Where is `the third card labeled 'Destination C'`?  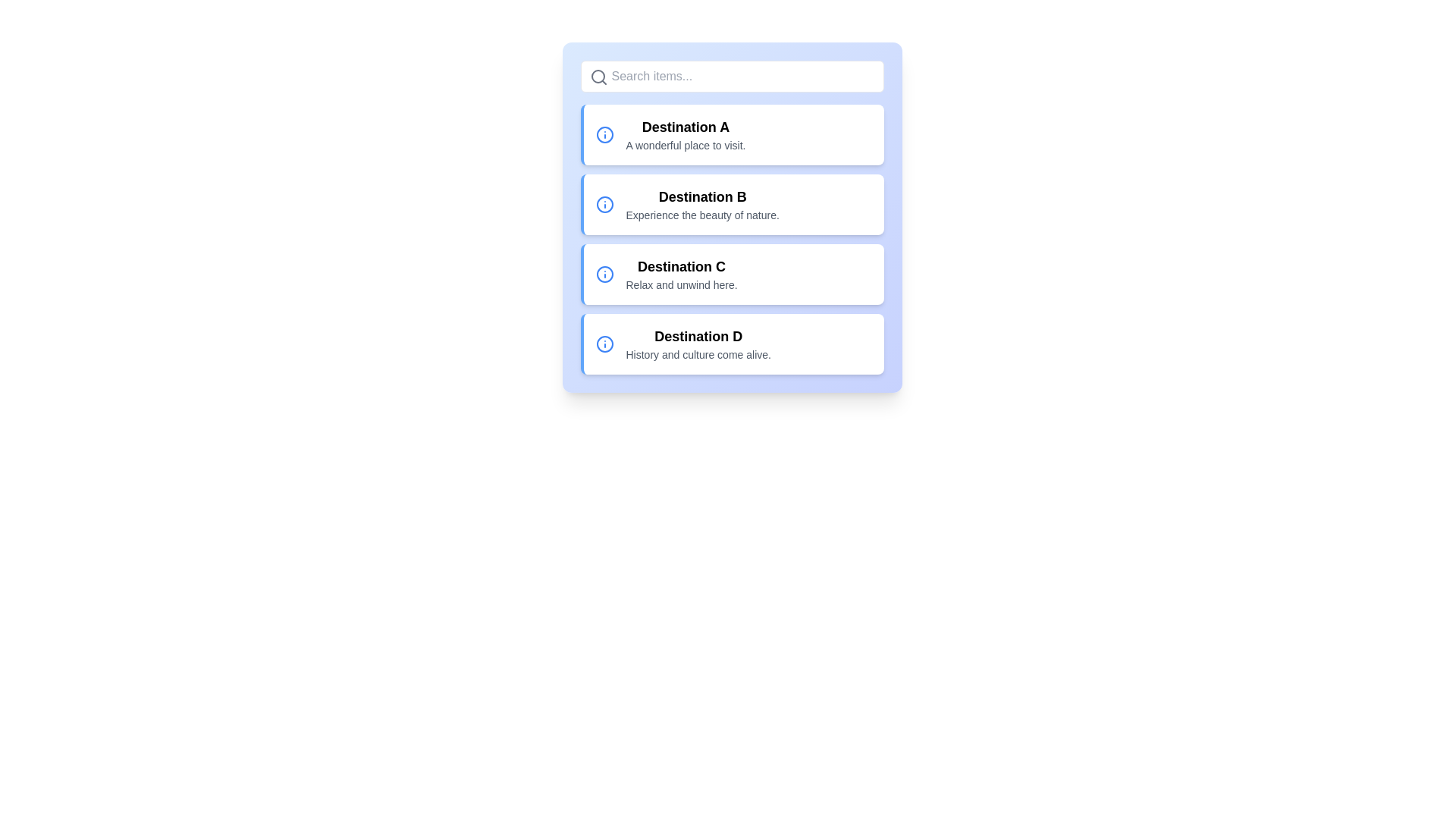 the third card labeled 'Destination C' is located at coordinates (732, 275).